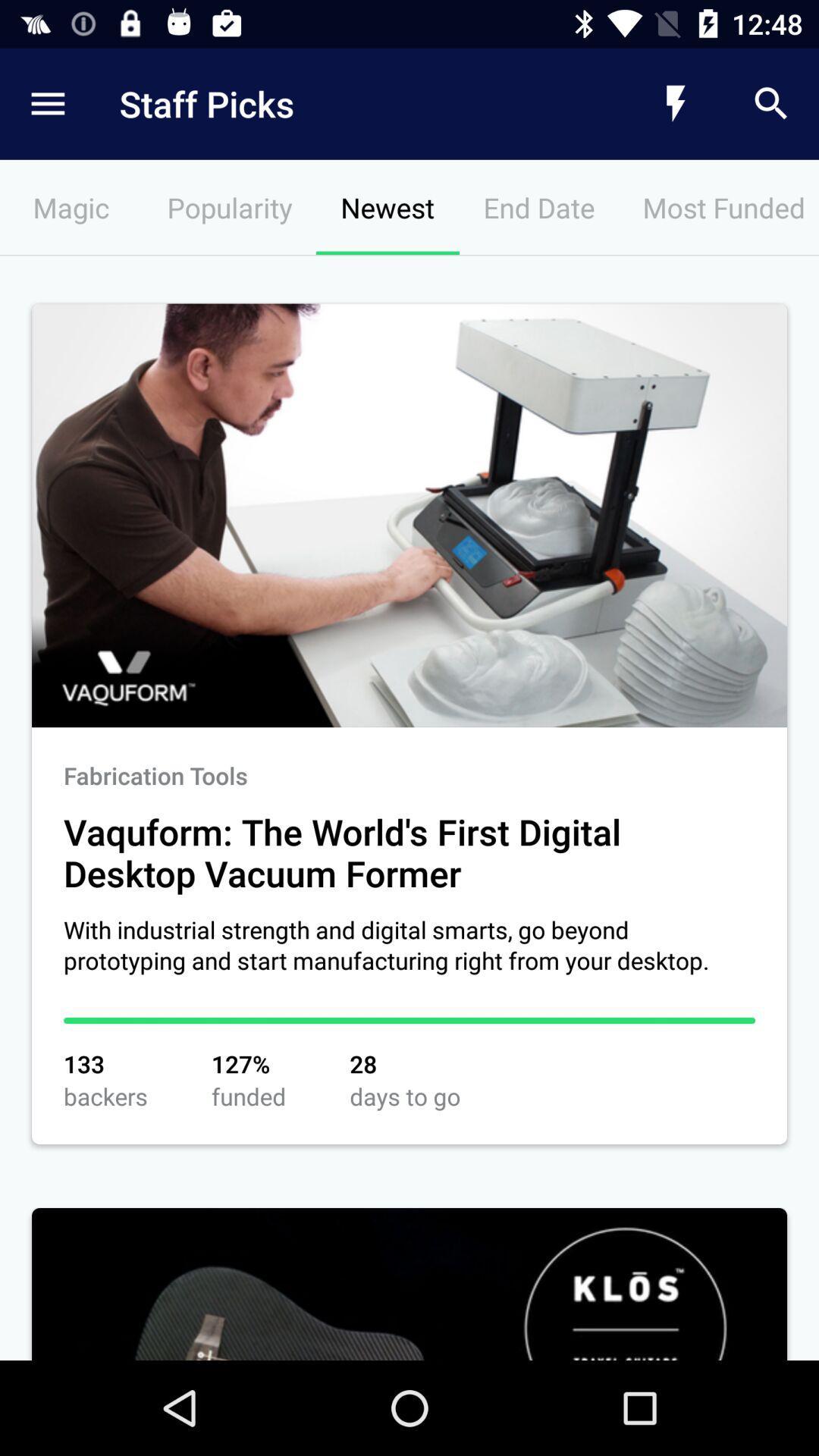 The width and height of the screenshot is (819, 1456). I want to click on icon to the left of the staff picks icon, so click(46, 103).